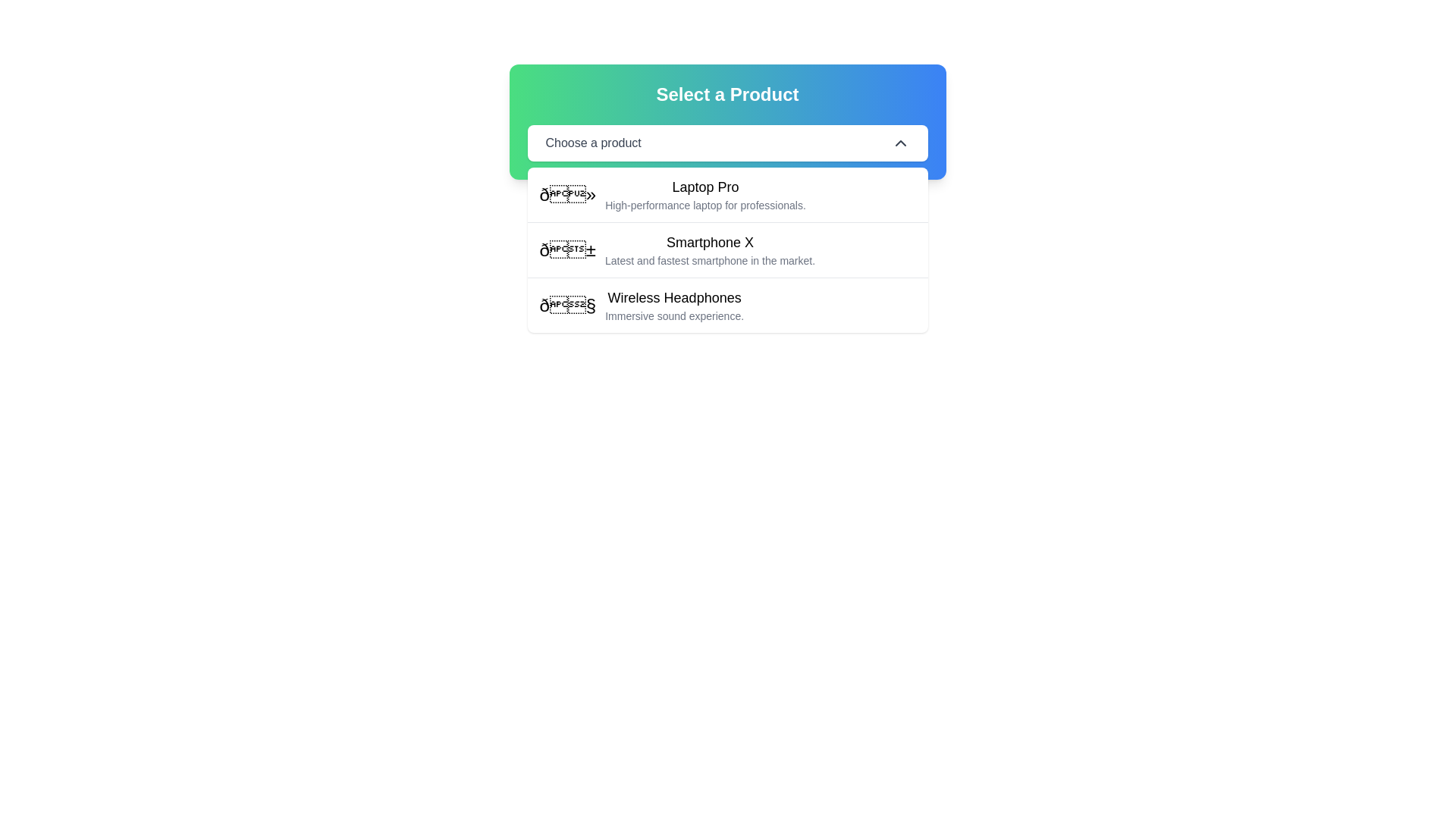 The width and height of the screenshot is (1456, 819). What do you see at coordinates (709, 242) in the screenshot?
I see `the product name identifier text label located in the second row of the dropdown menu, positioned between 'Laptop Pro' and 'Wireless Headphones'` at bounding box center [709, 242].